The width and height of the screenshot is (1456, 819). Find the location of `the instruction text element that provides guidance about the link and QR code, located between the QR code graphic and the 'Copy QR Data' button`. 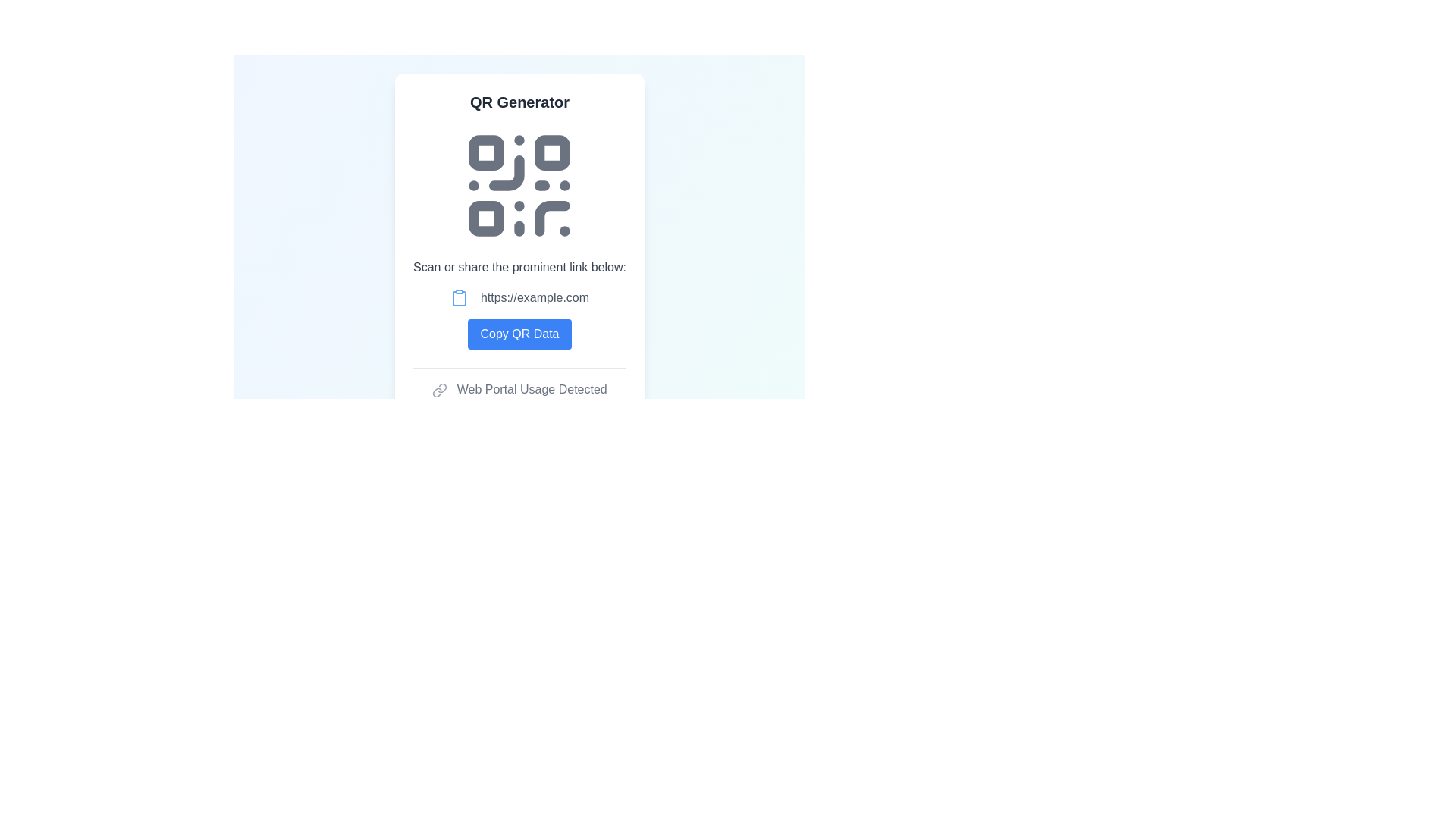

the instruction text element that provides guidance about the link and QR code, located between the QR code graphic and the 'Copy QR Data' button is located at coordinates (519, 267).